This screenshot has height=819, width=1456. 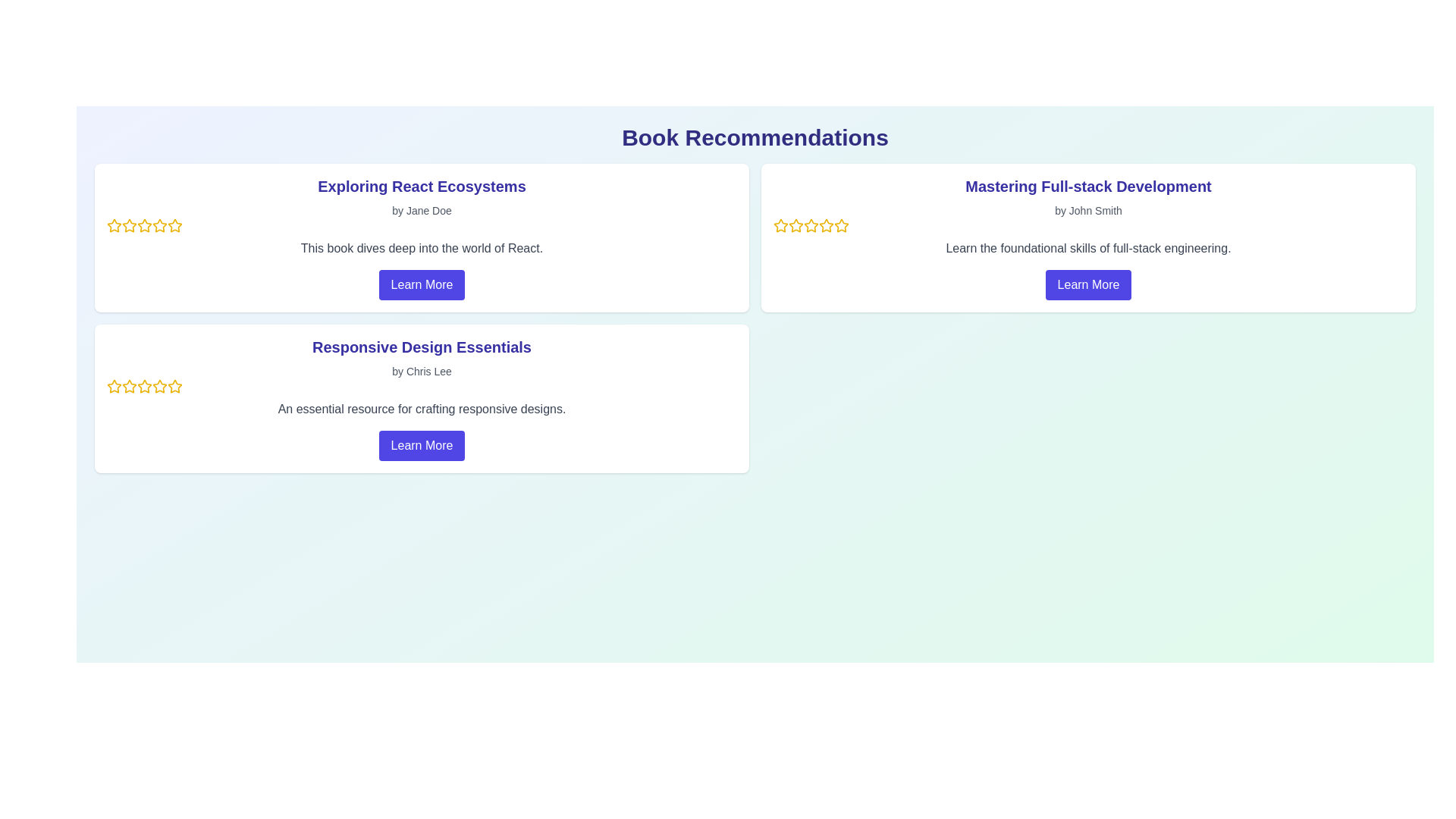 What do you see at coordinates (781, 225) in the screenshot?
I see `the first yellow star icon in the rating row for the 'Mastering Full-stack Development' section, positioned just below the book title text` at bounding box center [781, 225].